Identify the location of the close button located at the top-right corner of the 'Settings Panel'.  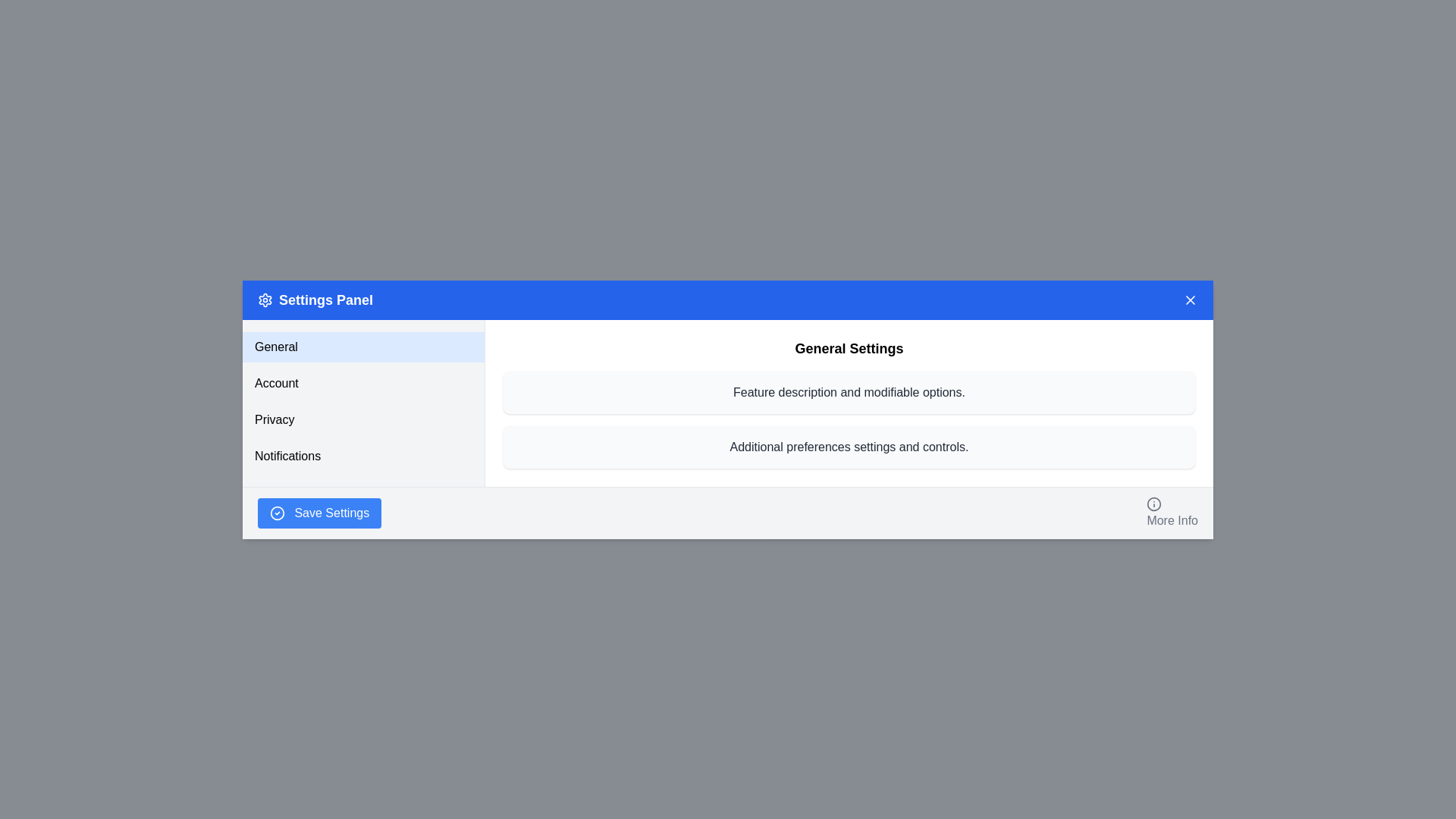
(1189, 300).